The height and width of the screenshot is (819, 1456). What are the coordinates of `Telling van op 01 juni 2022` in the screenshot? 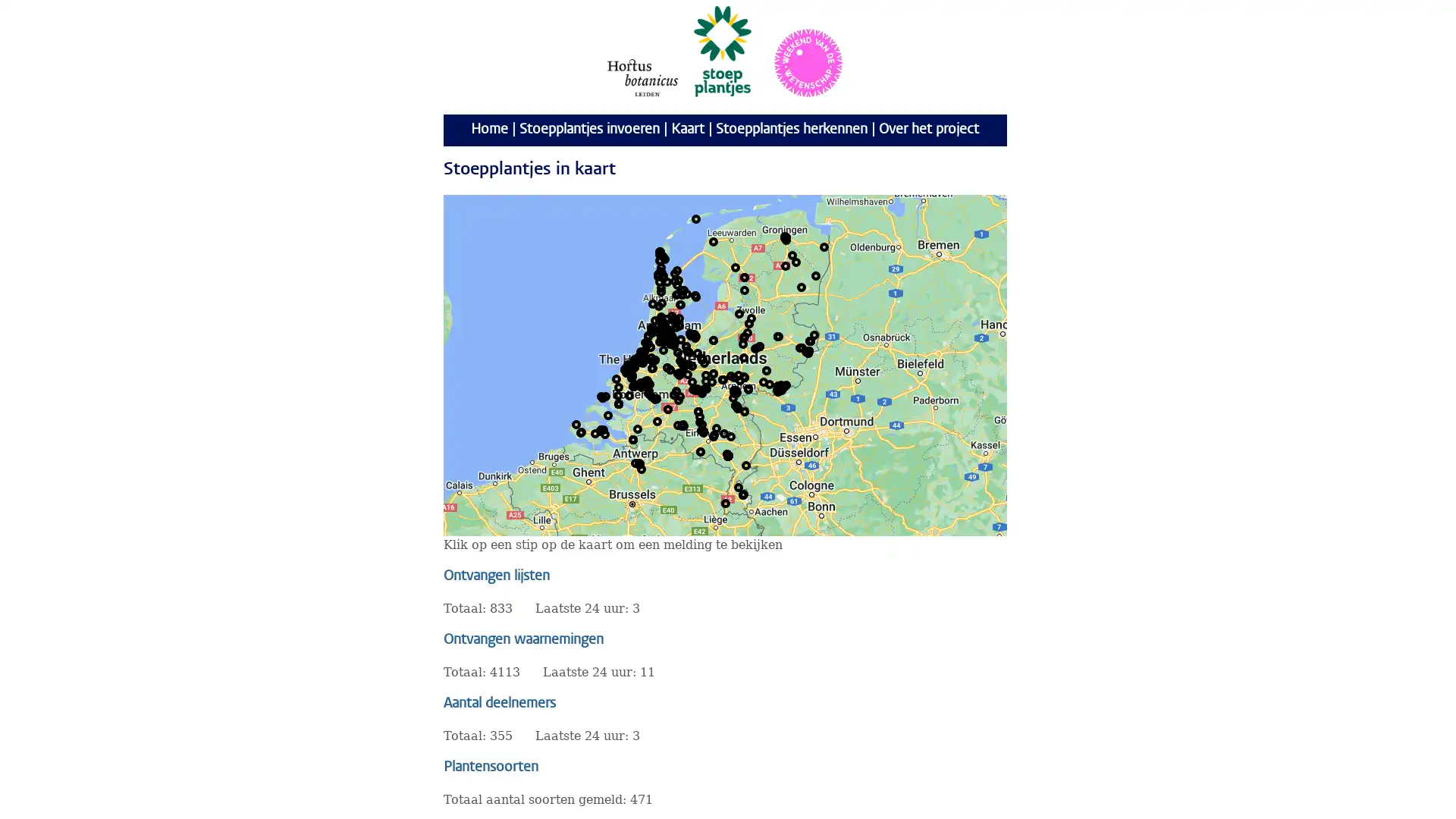 It's located at (661, 315).